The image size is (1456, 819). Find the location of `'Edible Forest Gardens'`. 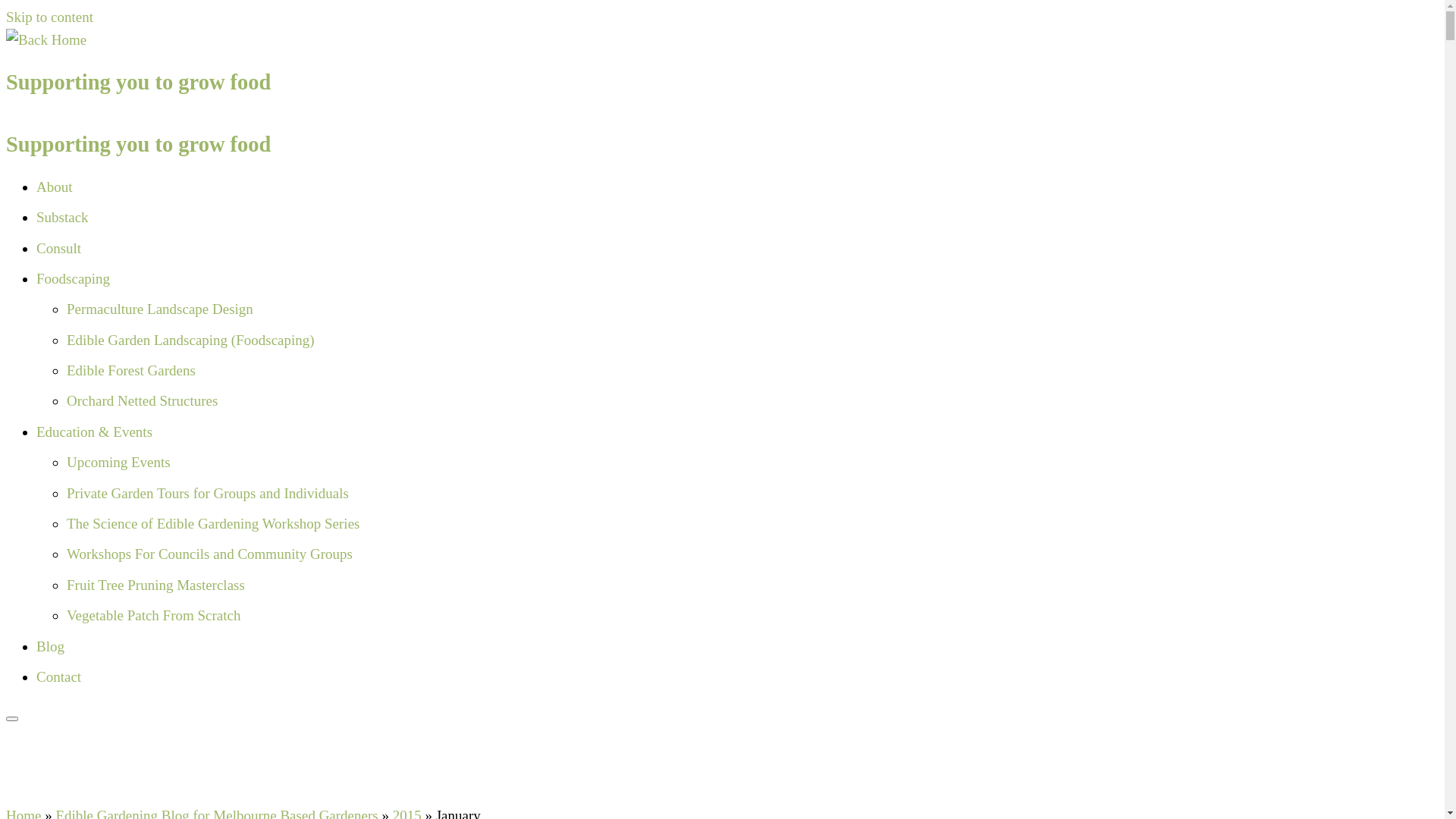

'Edible Forest Gardens' is located at coordinates (130, 370).